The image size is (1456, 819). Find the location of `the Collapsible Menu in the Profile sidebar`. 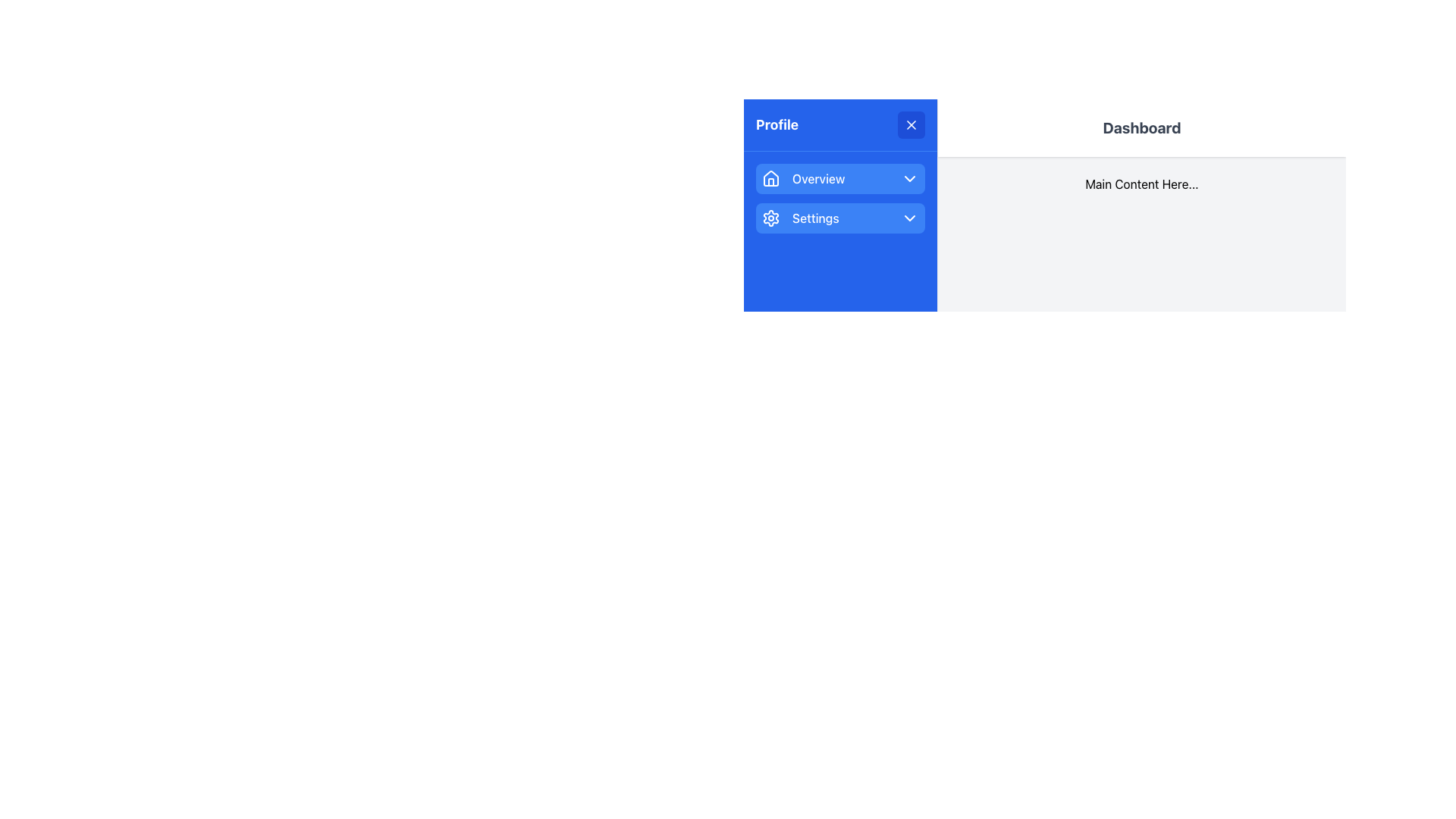

the Collapsible Menu in the Profile sidebar is located at coordinates (839, 198).